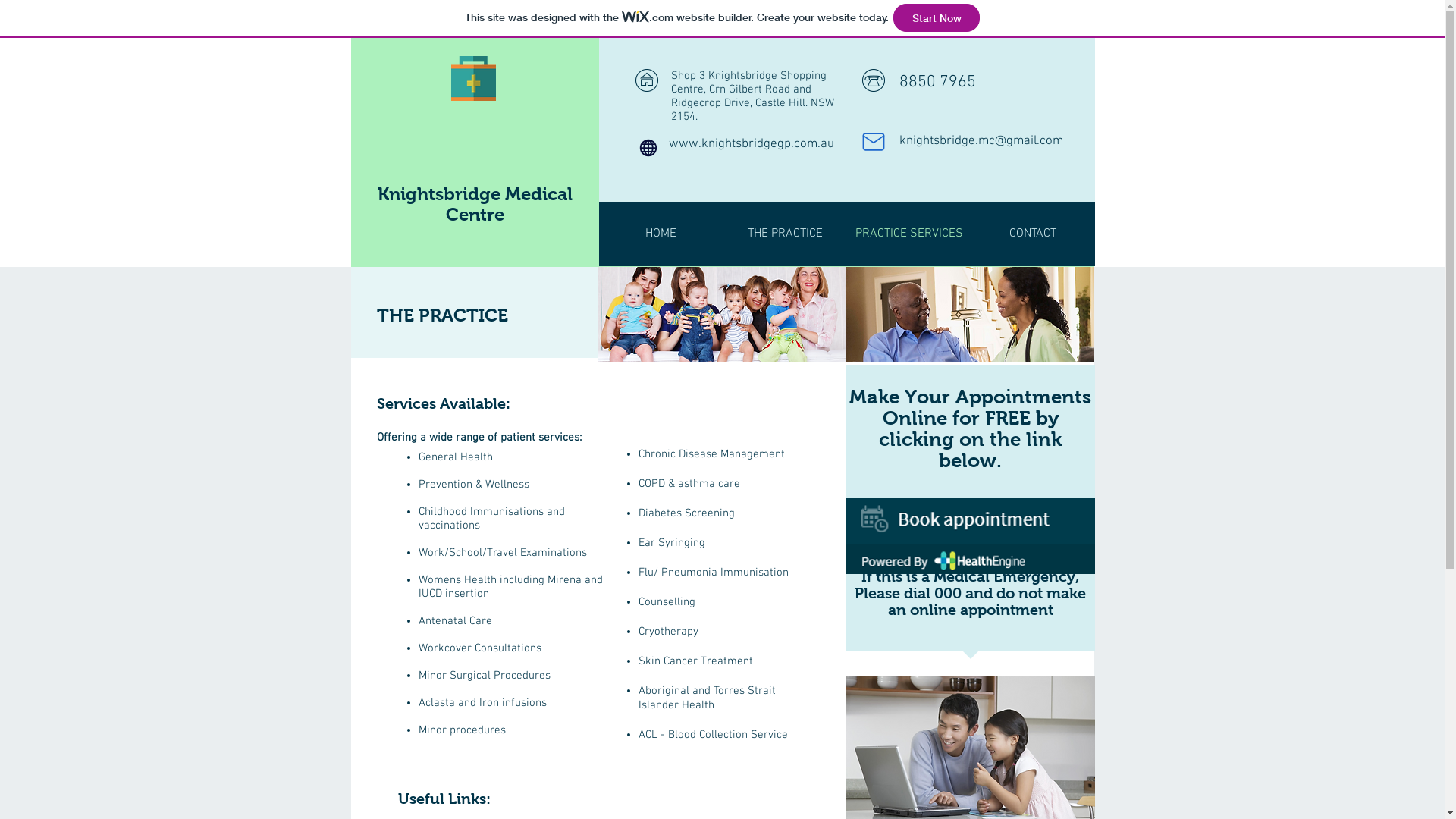 The width and height of the screenshot is (1456, 819). Describe the element at coordinates (909, 234) in the screenshot. I see `'PRACTICE SERVICES'` at that location.